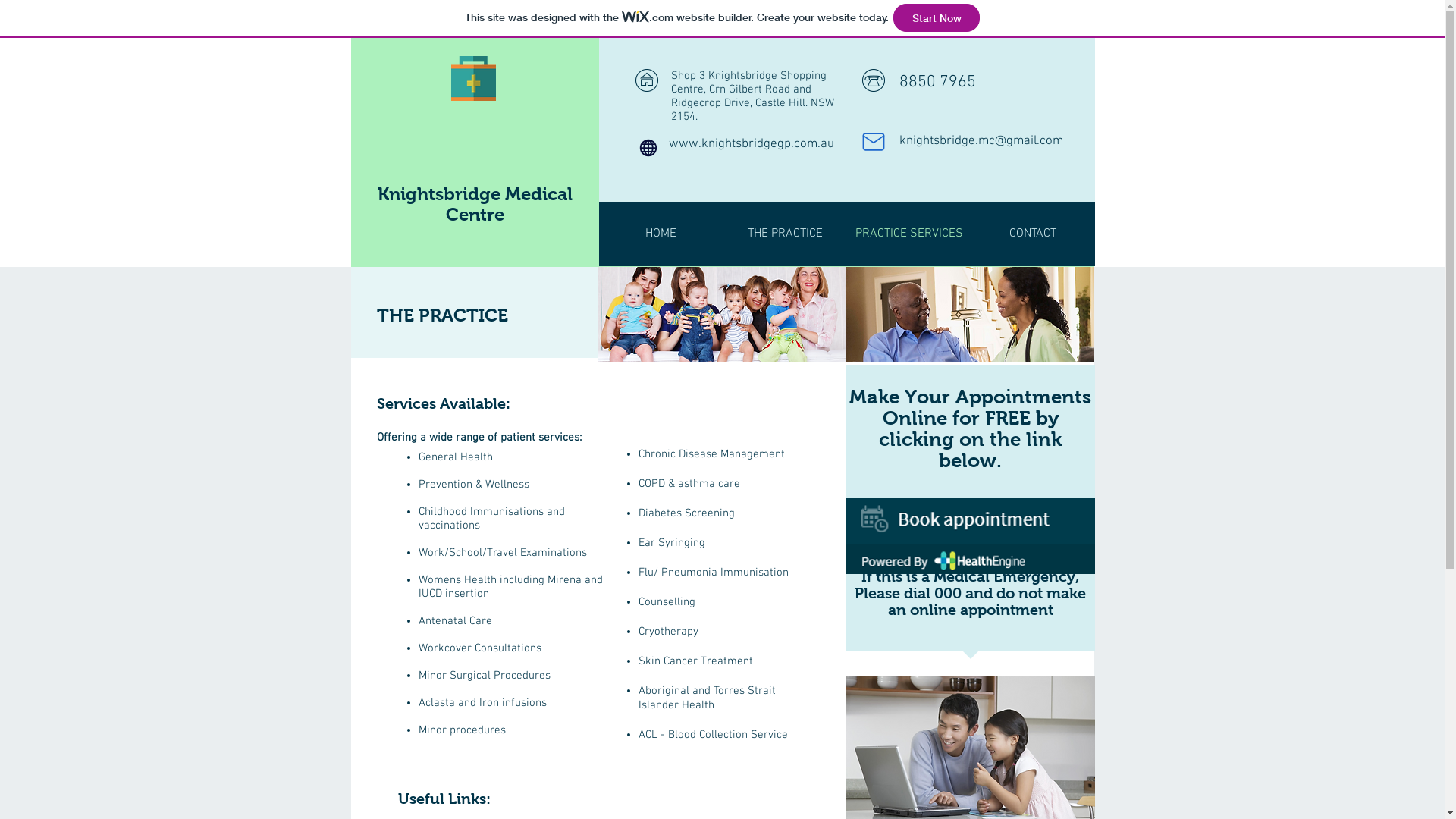 The width and height of the screenshot is (1456, 819). Describe the element at coordinates (909, 234) in the screenshot. I see `'PRACTICE SERVICES'` at that location.